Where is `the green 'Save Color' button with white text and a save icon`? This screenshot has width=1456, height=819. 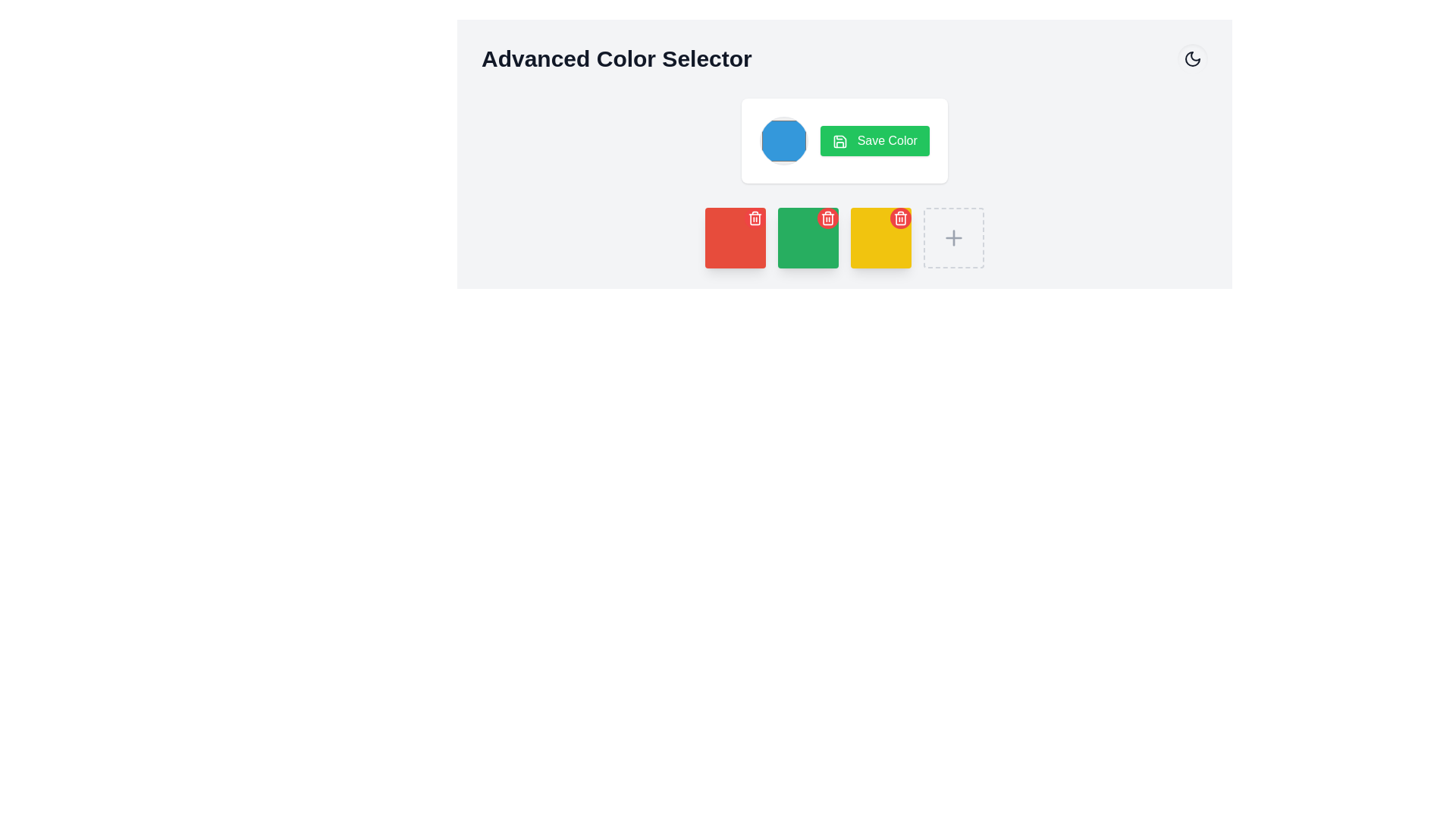 the green 'Save Color' button with white text and a save icon is located at coordinates (843, 140).